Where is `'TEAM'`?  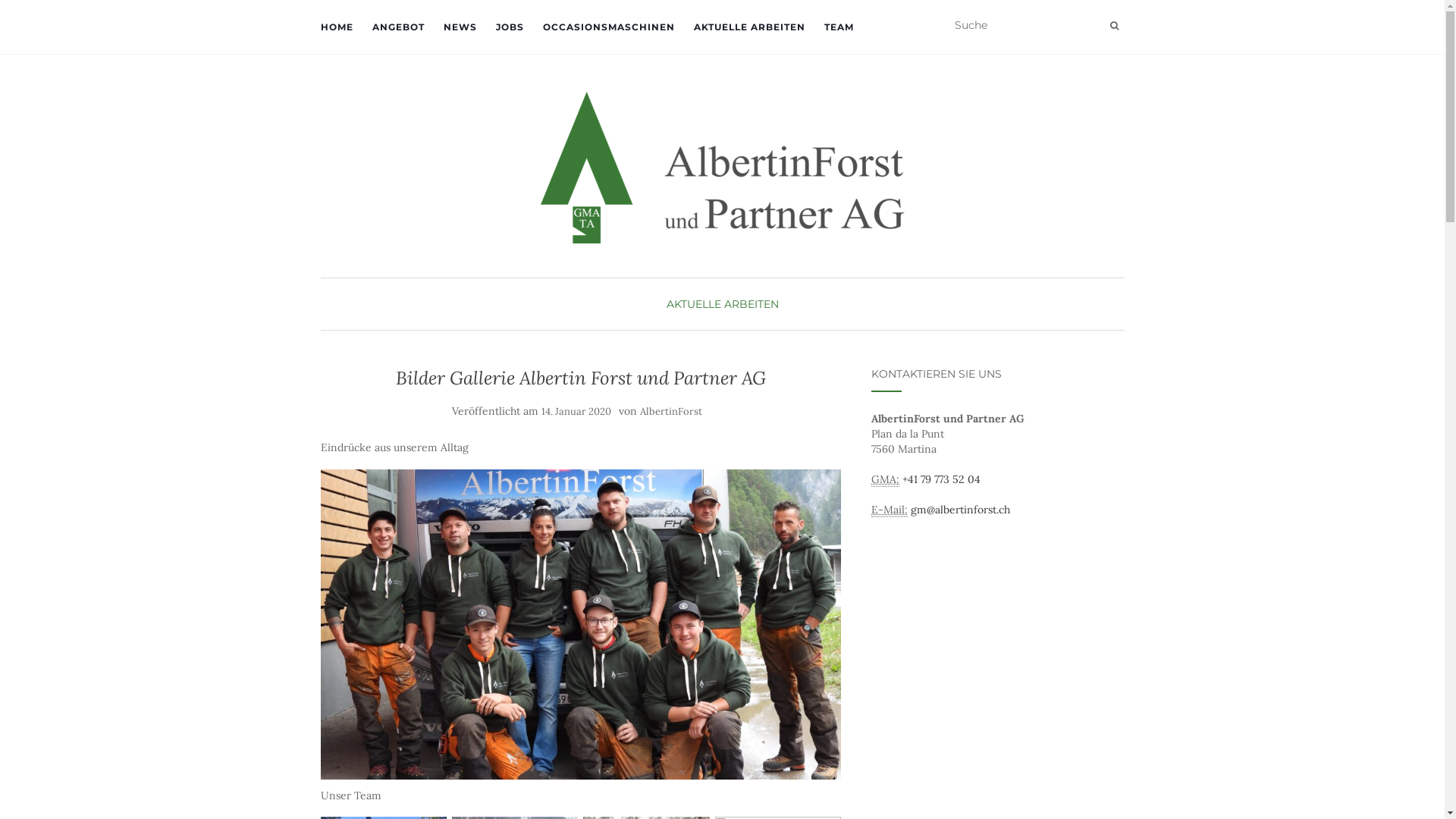
'TEAM' is located at coordinates (837, 27).